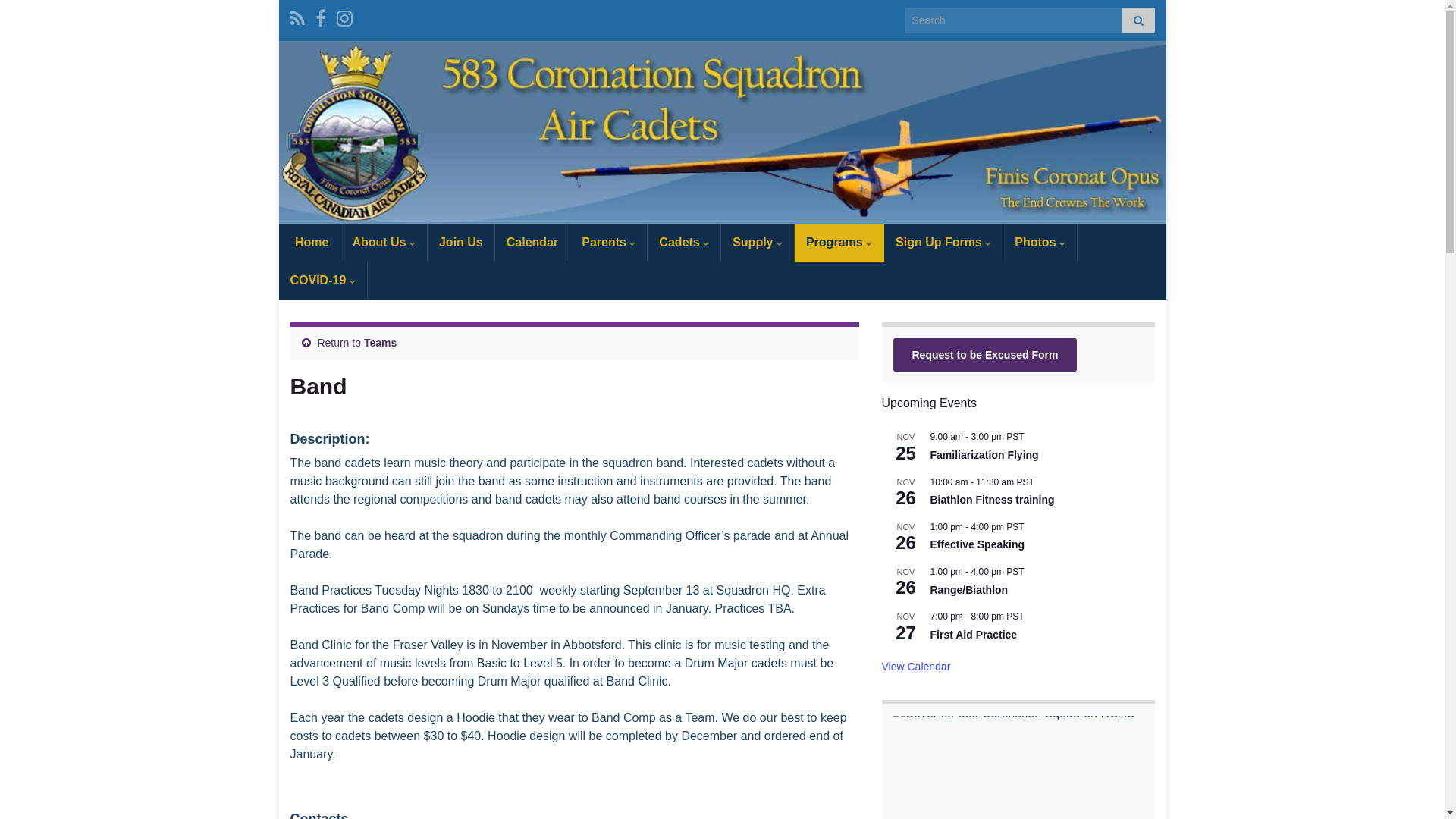 The width and height of the screenshot is (1456, 819). Describe the element at coordinates (973, 635) in the screenshot. I see `'First Aid Practice'` at that location.